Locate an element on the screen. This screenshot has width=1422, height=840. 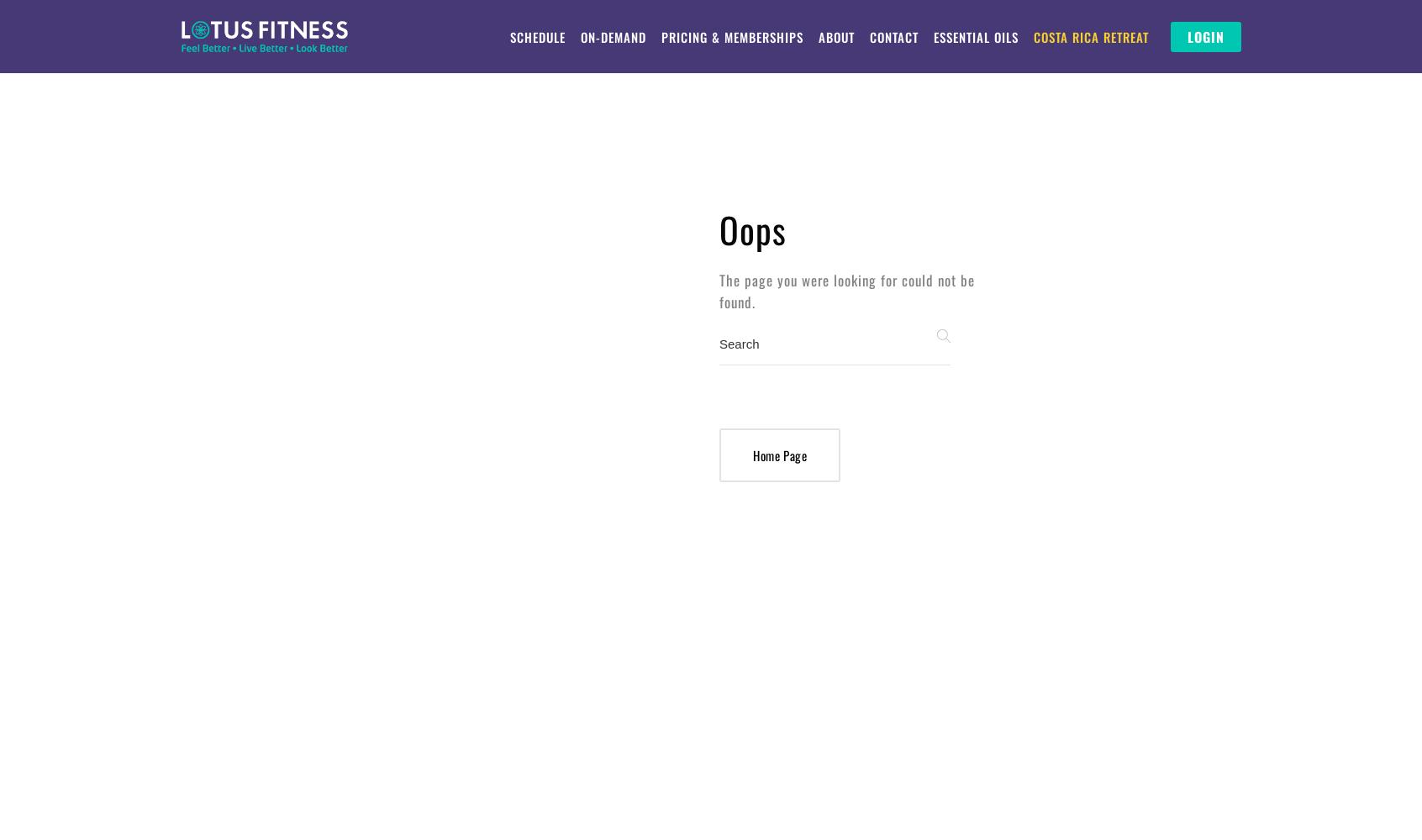
'Oops' is located at coordinates (752, 229).